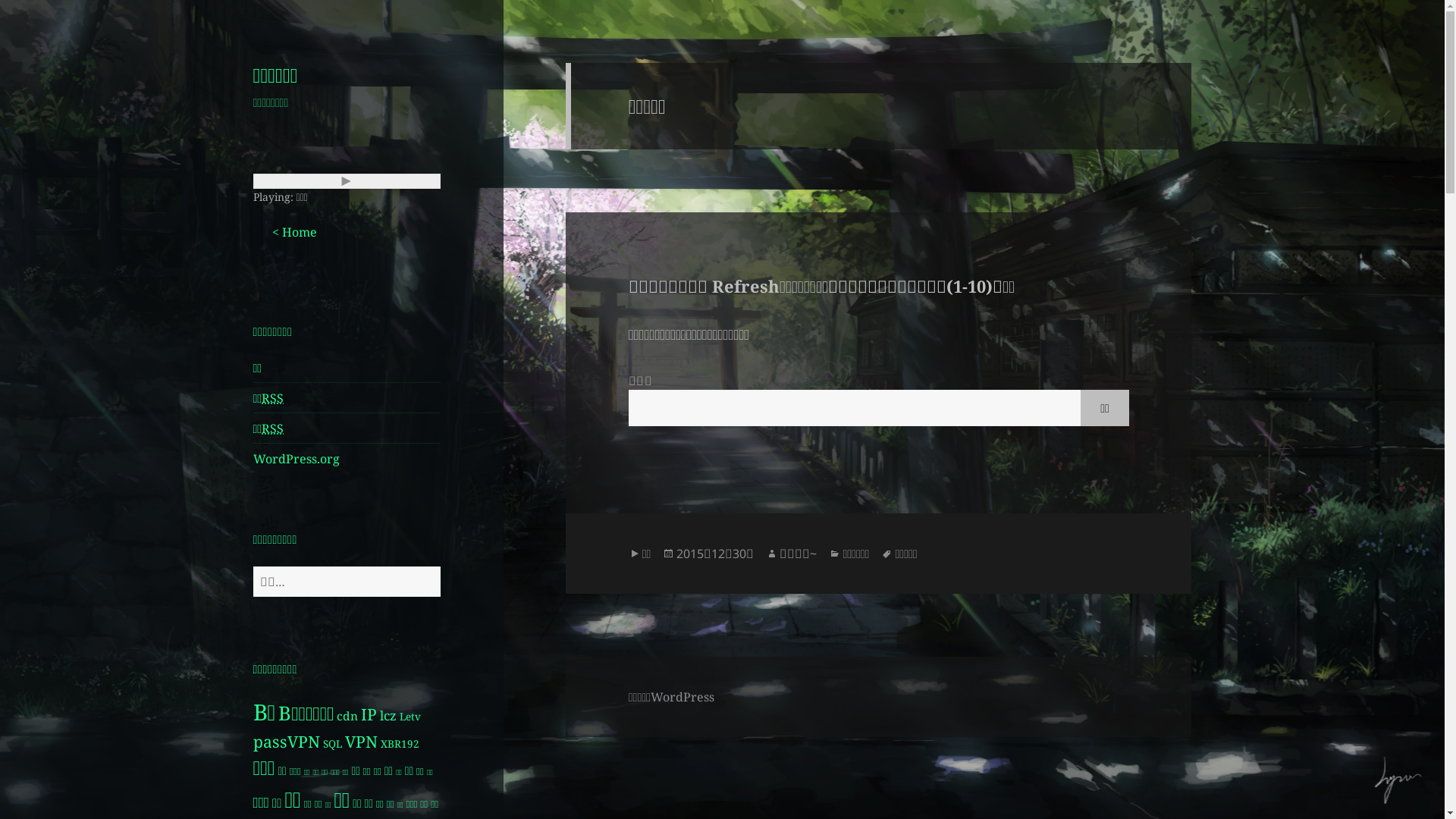 The height and width of the screenshot is (819, 1456). What do you see at coordinates (360, 740) in the screenshot?
I see `'VPN'` at bounding box center [360, 740].